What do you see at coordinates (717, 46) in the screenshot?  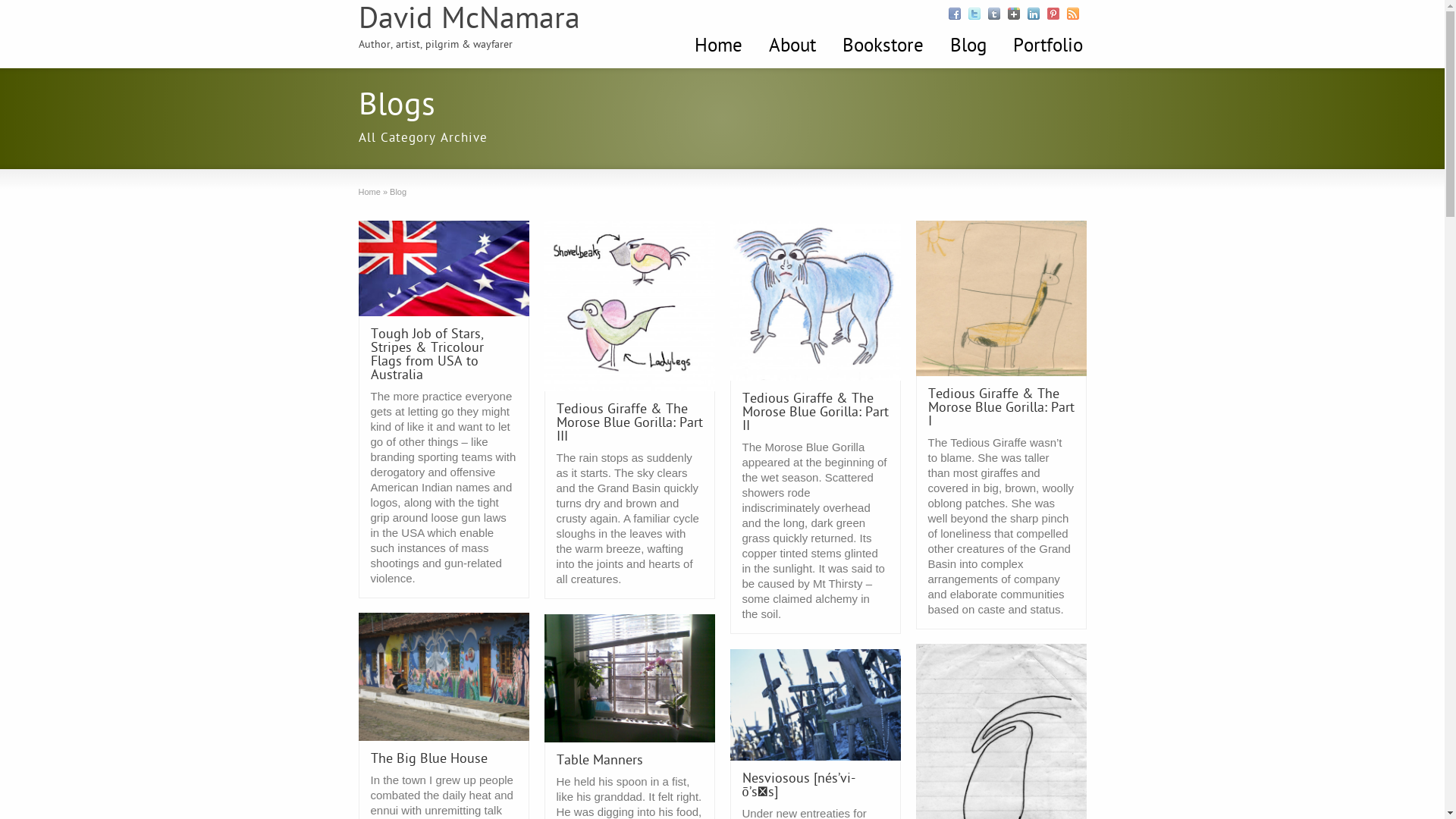 I see `'Home'` at bounding box center [717, 46].